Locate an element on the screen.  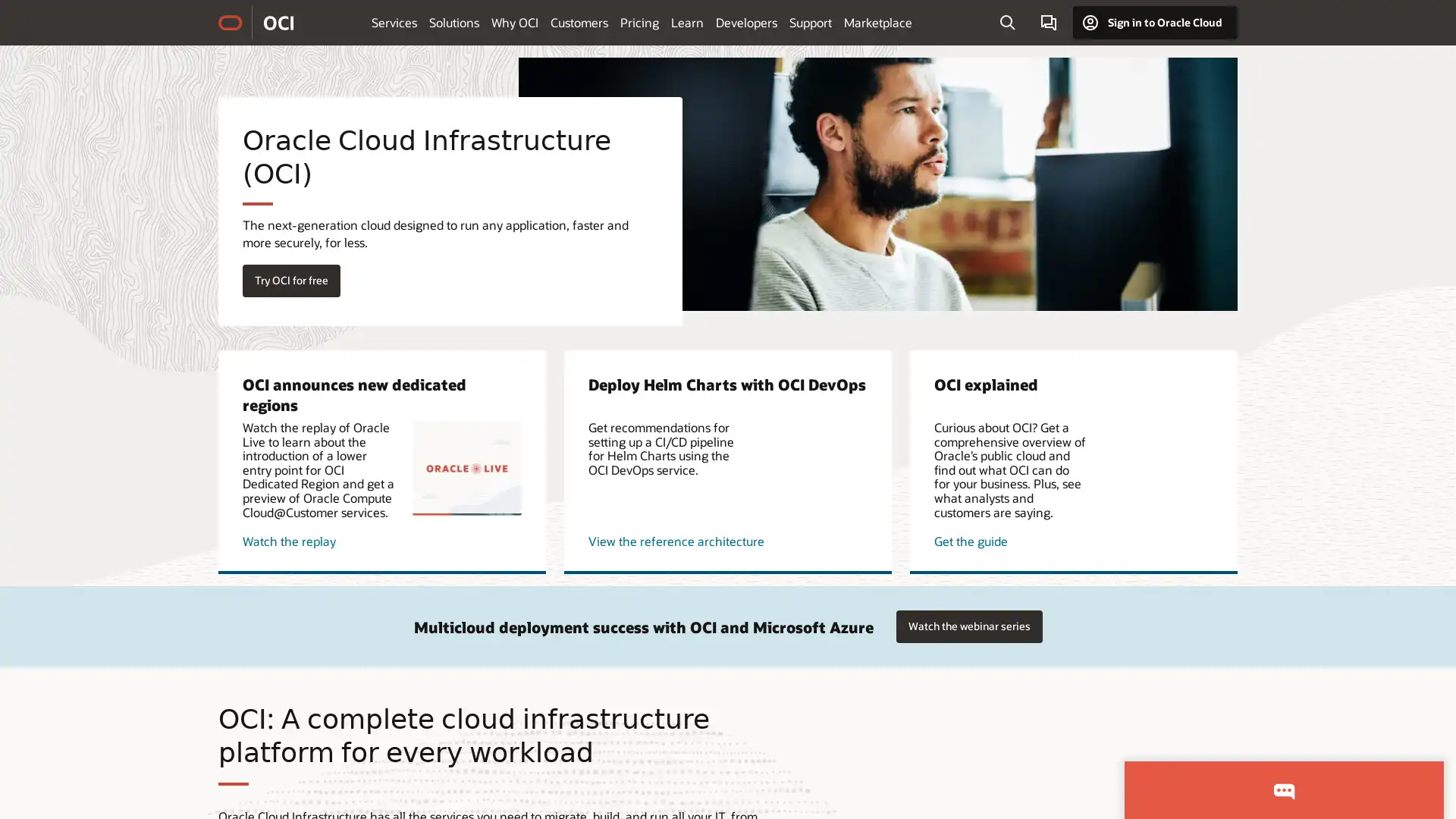
Marketplace is located at coordinates (877, 22).